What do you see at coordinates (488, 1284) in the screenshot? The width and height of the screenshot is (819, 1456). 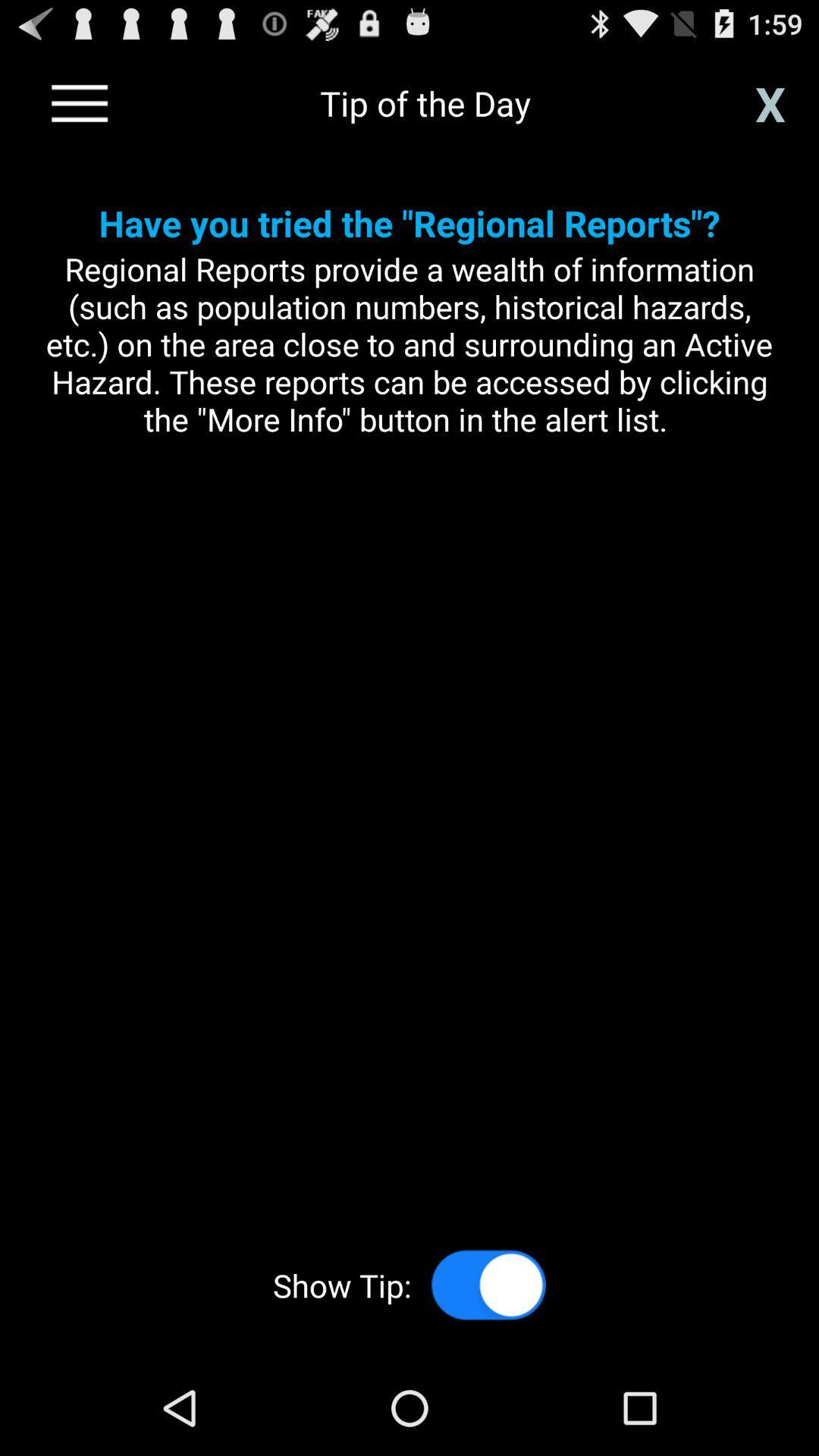 I see `tips option` at bounding box center [488, 1284].